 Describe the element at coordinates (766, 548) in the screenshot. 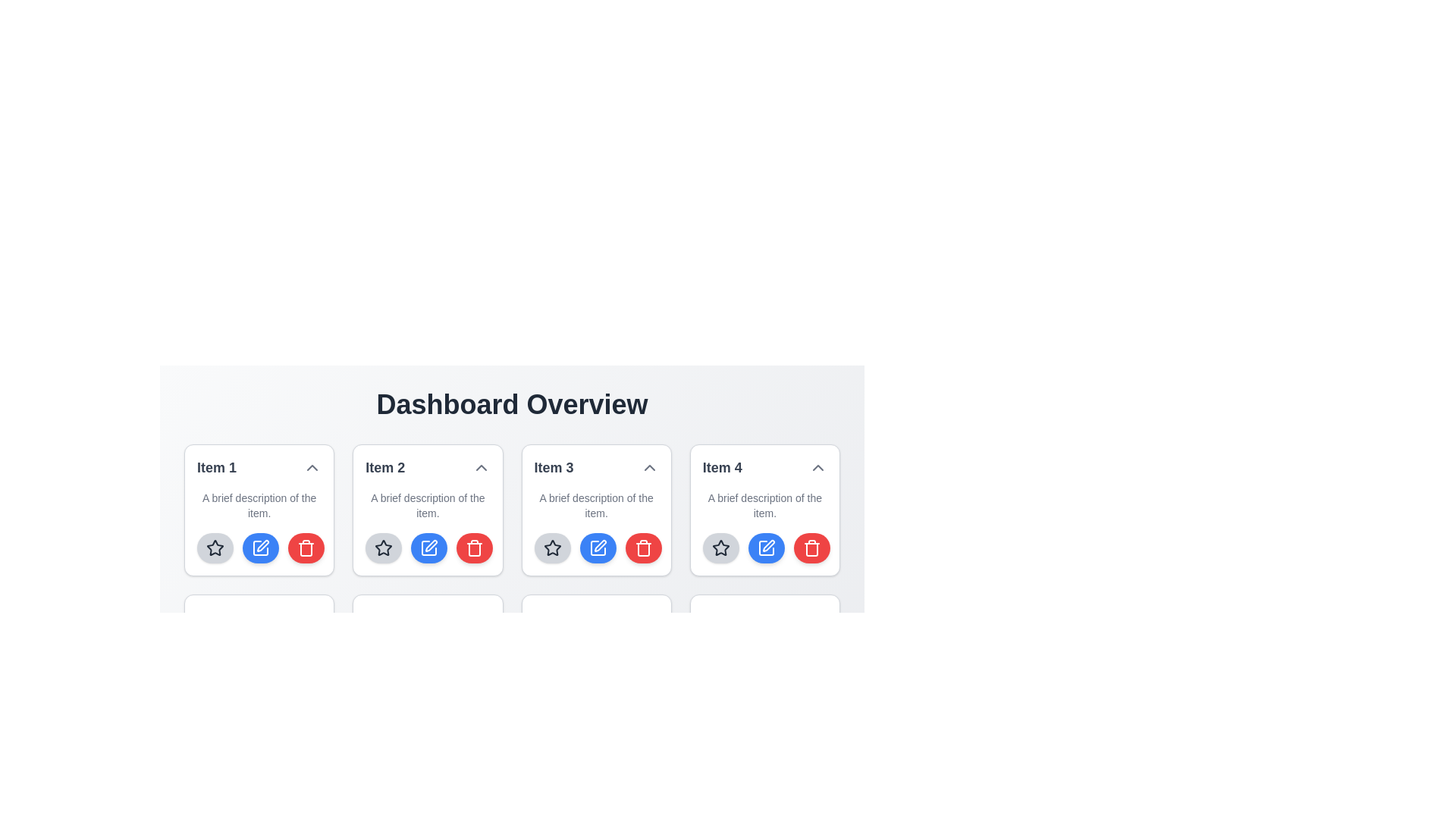

I see `the circular blue button with a white pen icon in the center` at that location.